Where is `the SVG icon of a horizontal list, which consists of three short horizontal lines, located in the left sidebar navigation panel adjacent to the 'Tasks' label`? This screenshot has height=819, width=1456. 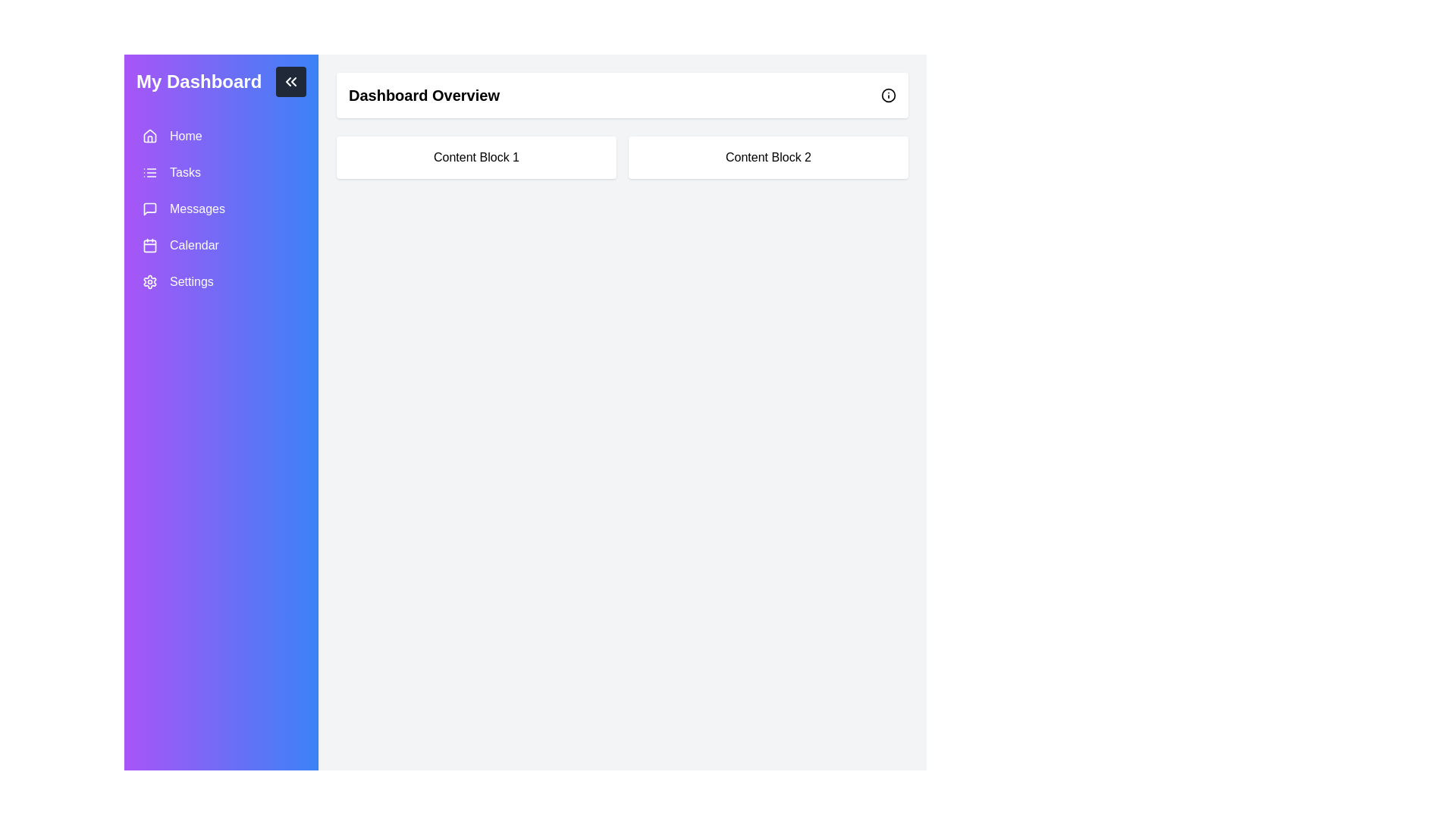 the SVG icon of a horizontal list, which consists of three short horizontal lines, located in the left sidebar navigation panel adjacent to the 'Tasks' label is located at coordinates (149, 171).